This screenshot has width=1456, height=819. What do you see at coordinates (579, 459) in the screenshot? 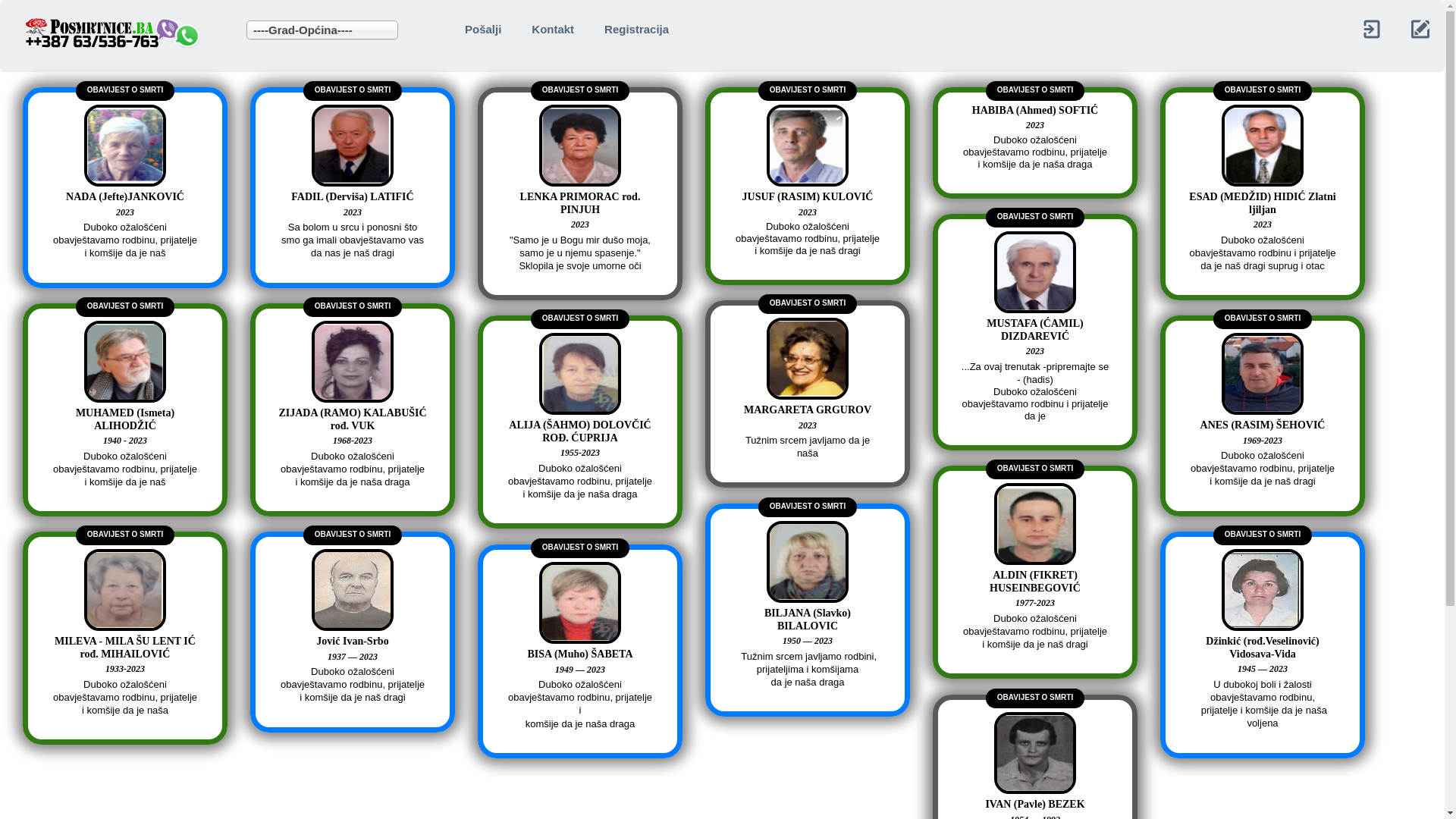
I see `'1955-2023'` at bounding box center [579, 459].